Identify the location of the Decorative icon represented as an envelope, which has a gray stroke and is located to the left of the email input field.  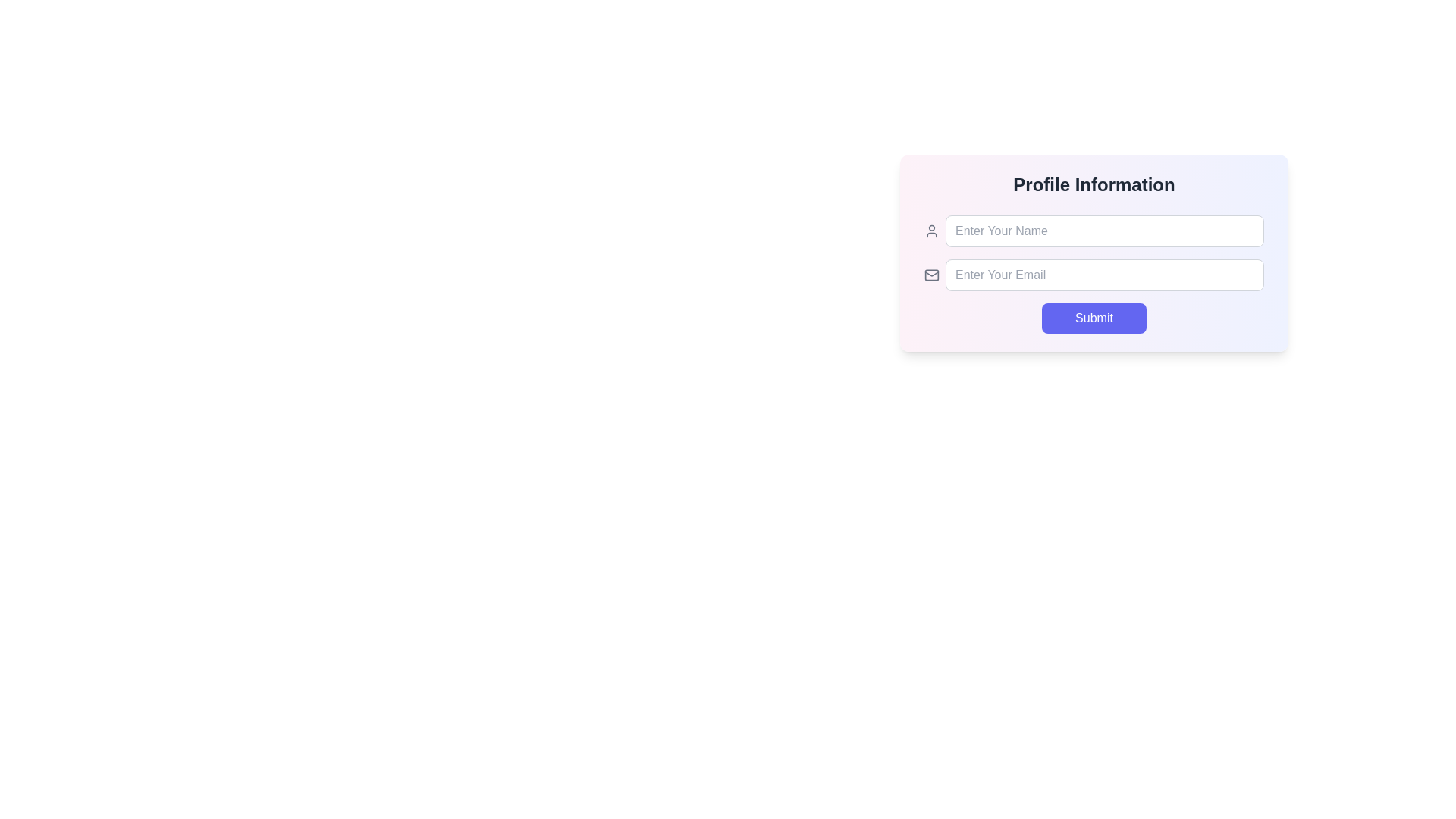
(930, 275).